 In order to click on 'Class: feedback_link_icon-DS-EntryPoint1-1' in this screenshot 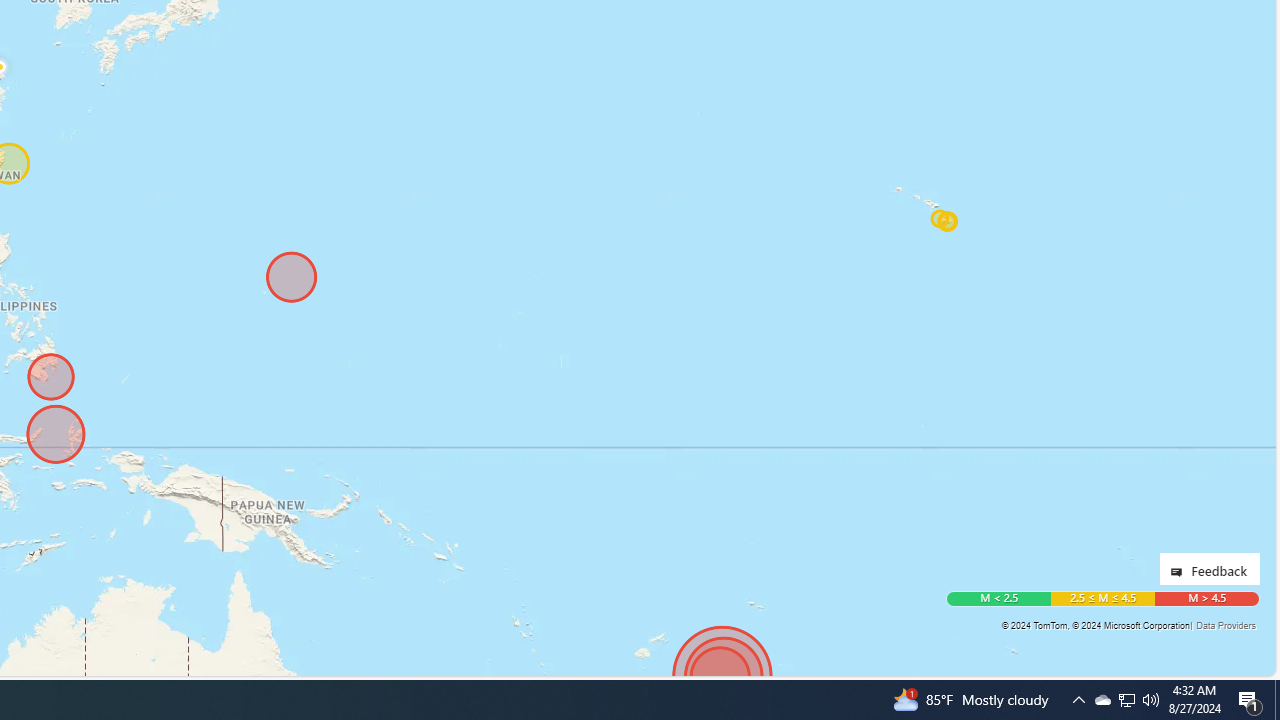, I will do `click(1180, 572)`.